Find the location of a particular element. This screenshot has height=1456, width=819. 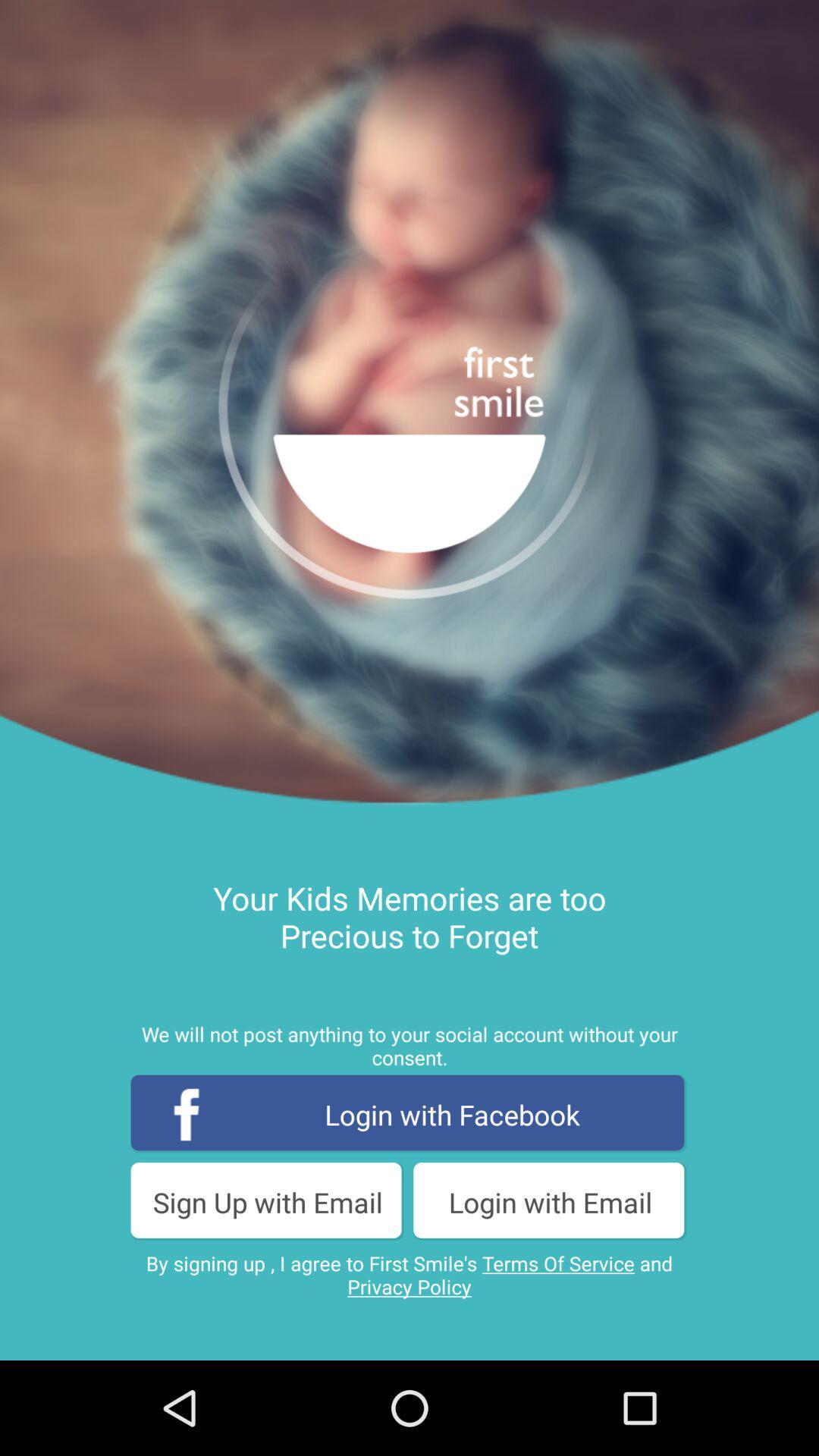

the button below the sign up with is located at coordinates (409, 1274).